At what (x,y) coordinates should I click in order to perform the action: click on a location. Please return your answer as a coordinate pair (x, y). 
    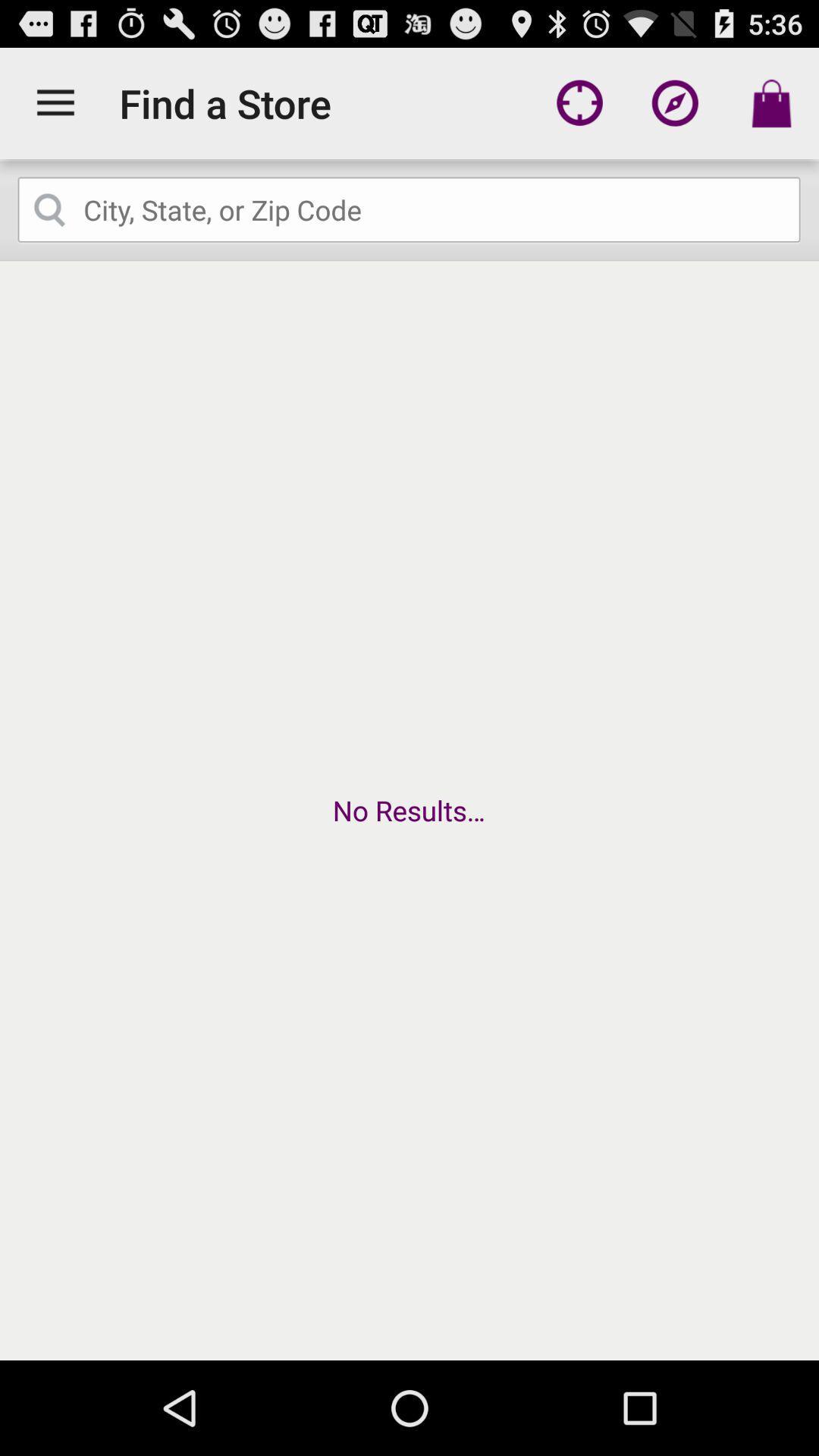
    Looking at the image, I should click on (409, 209).